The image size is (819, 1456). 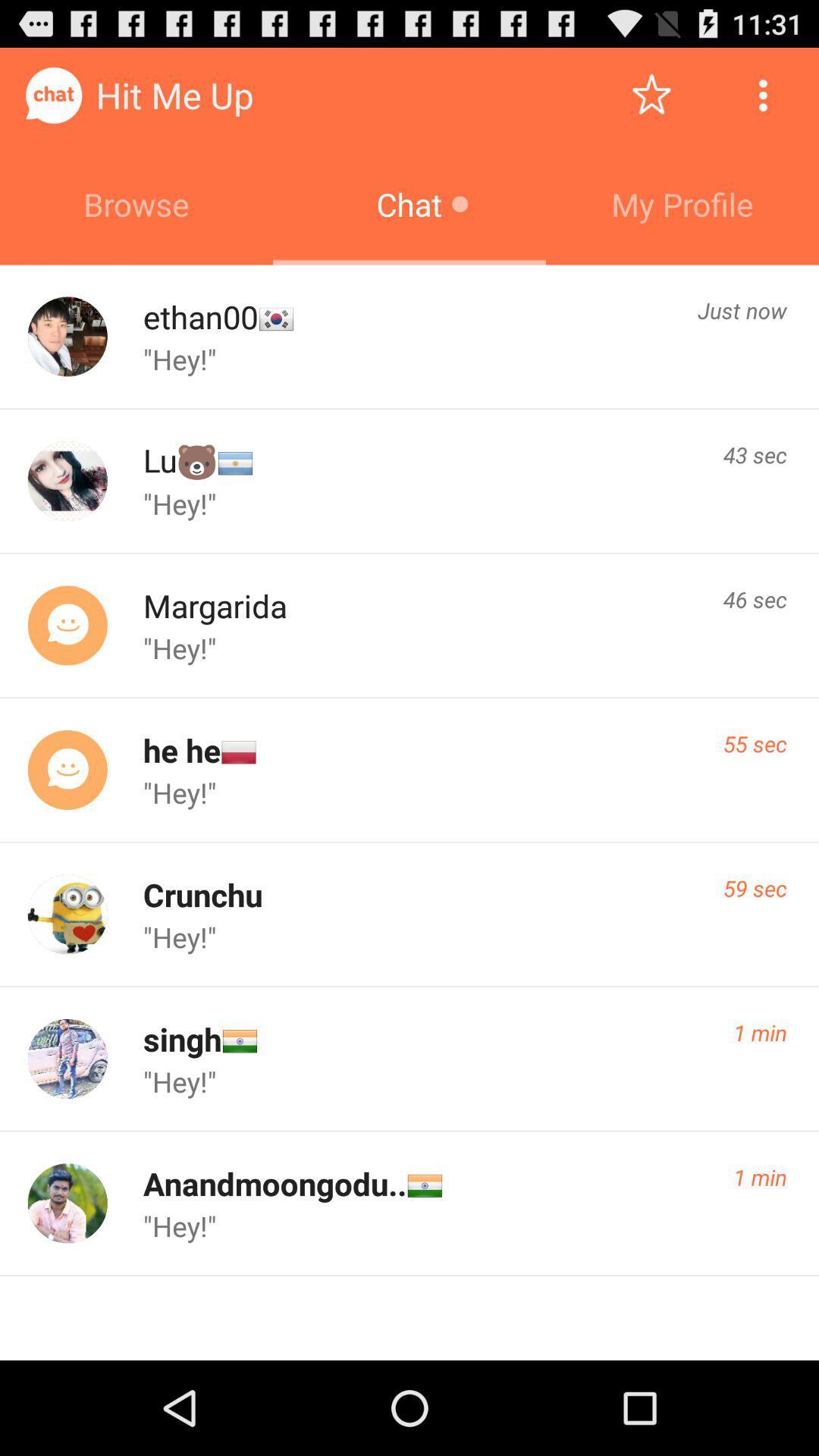 What do you see at coordinates (181, 1038) in the screenshot?
I see `icon above the "hey!" app` at bounding box center [181, 1038].